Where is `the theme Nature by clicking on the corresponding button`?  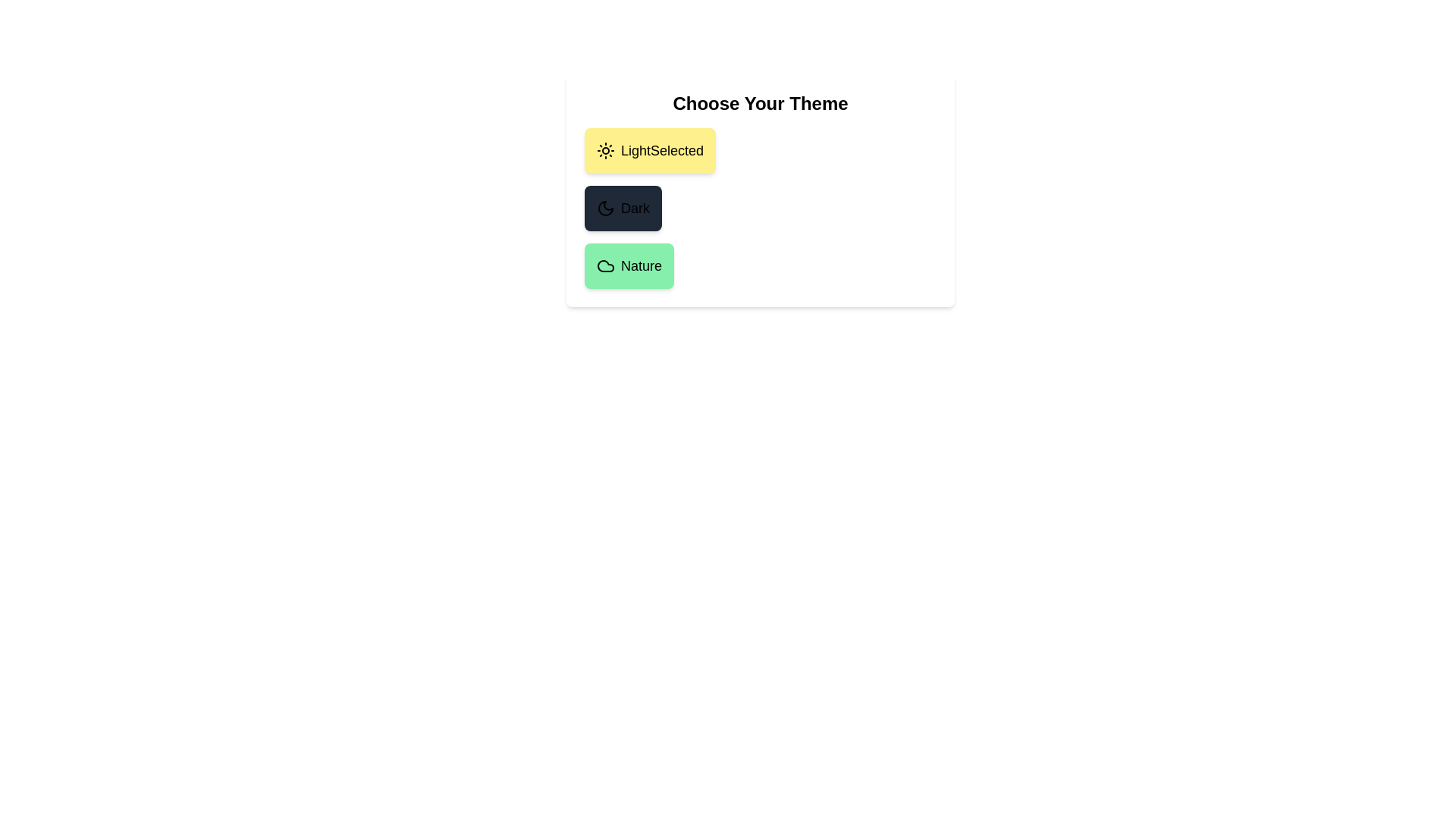
the theme Nature by clicking on the corresponding button is located at coordinates (629, 265).